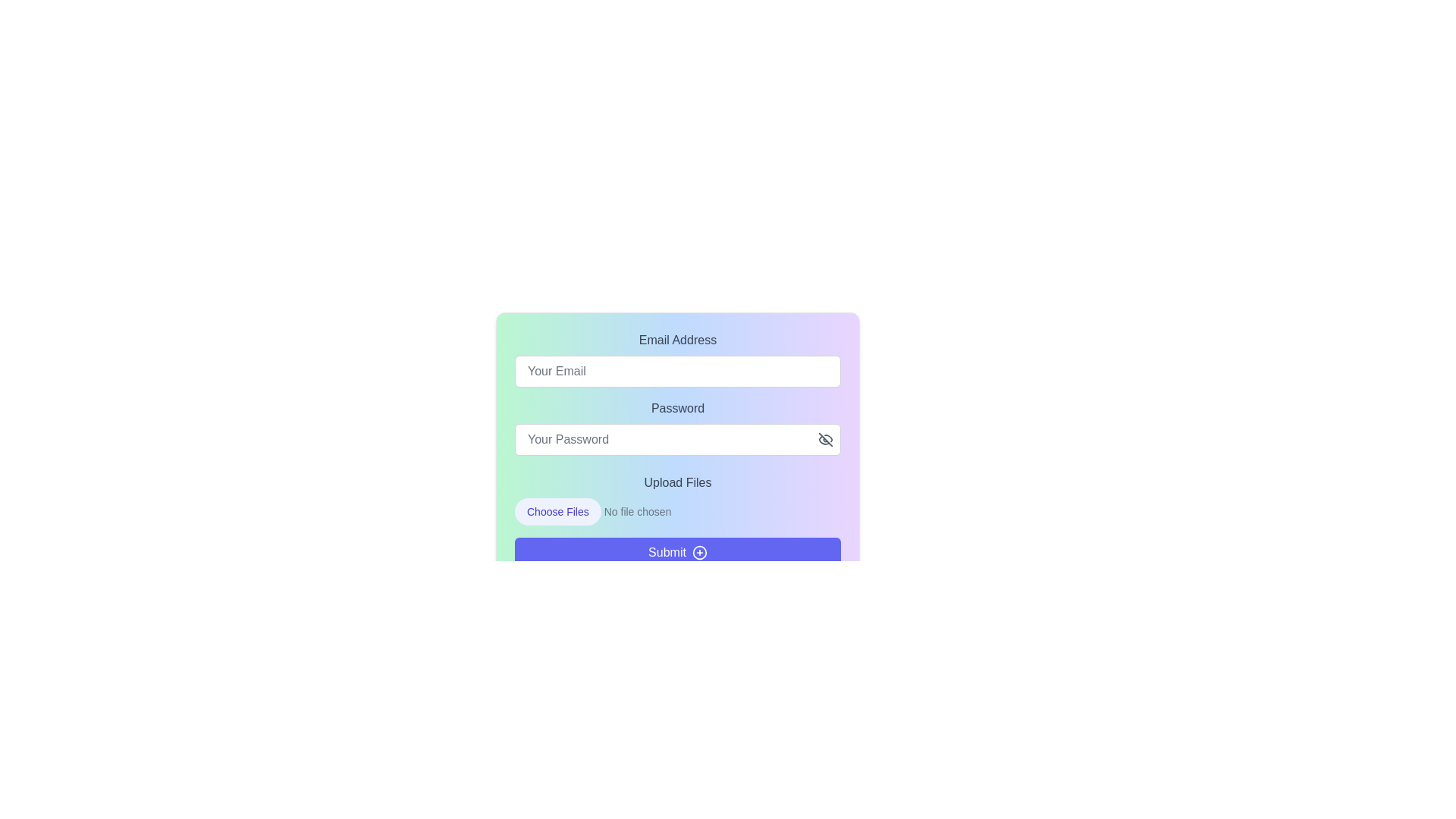  What do you see at coordinates (825, 439) in the screenshot?
I see `the button` at bounding box center [825, 439].